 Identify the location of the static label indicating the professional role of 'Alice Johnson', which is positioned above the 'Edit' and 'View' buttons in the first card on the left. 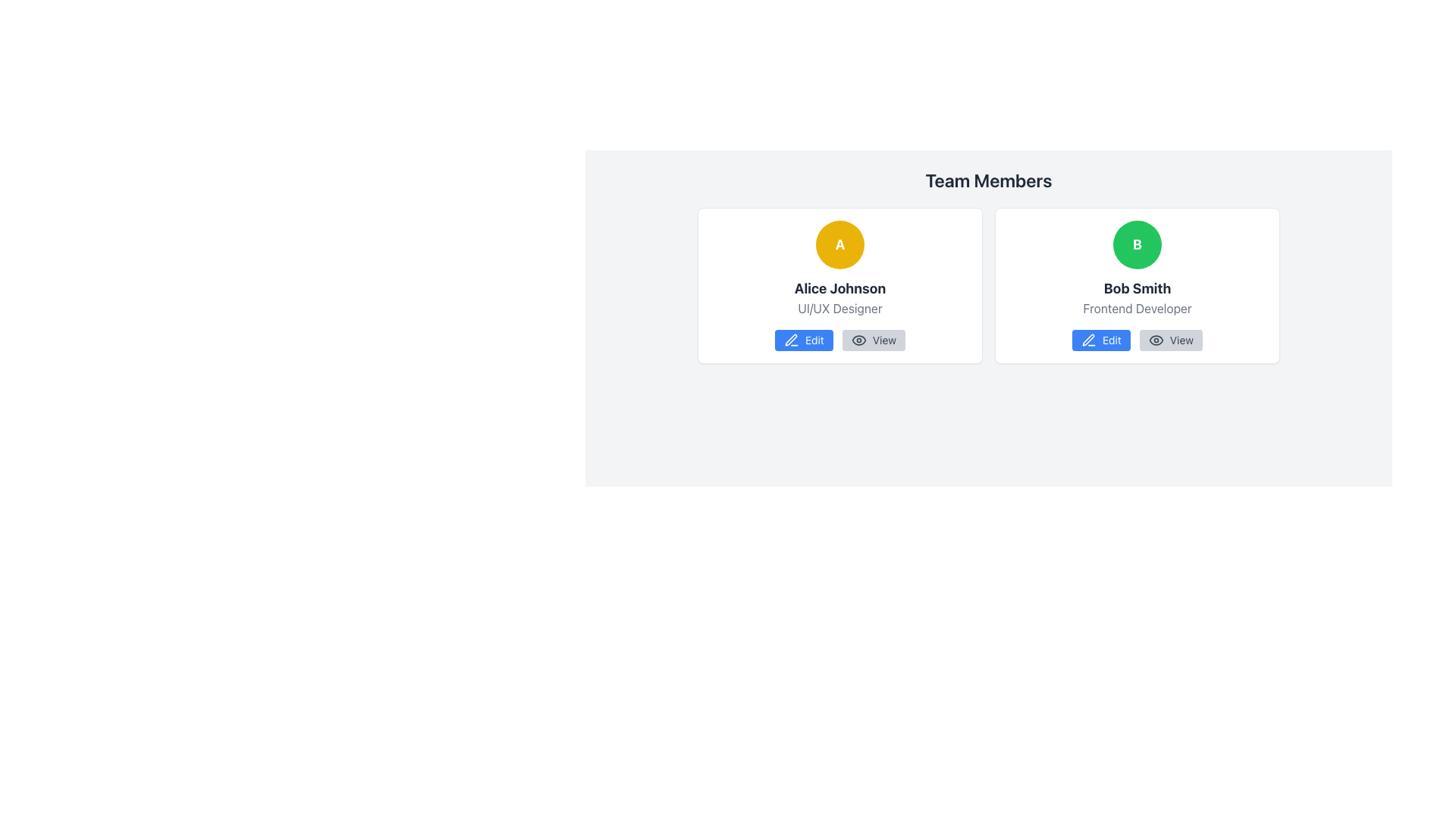
(839, 308).